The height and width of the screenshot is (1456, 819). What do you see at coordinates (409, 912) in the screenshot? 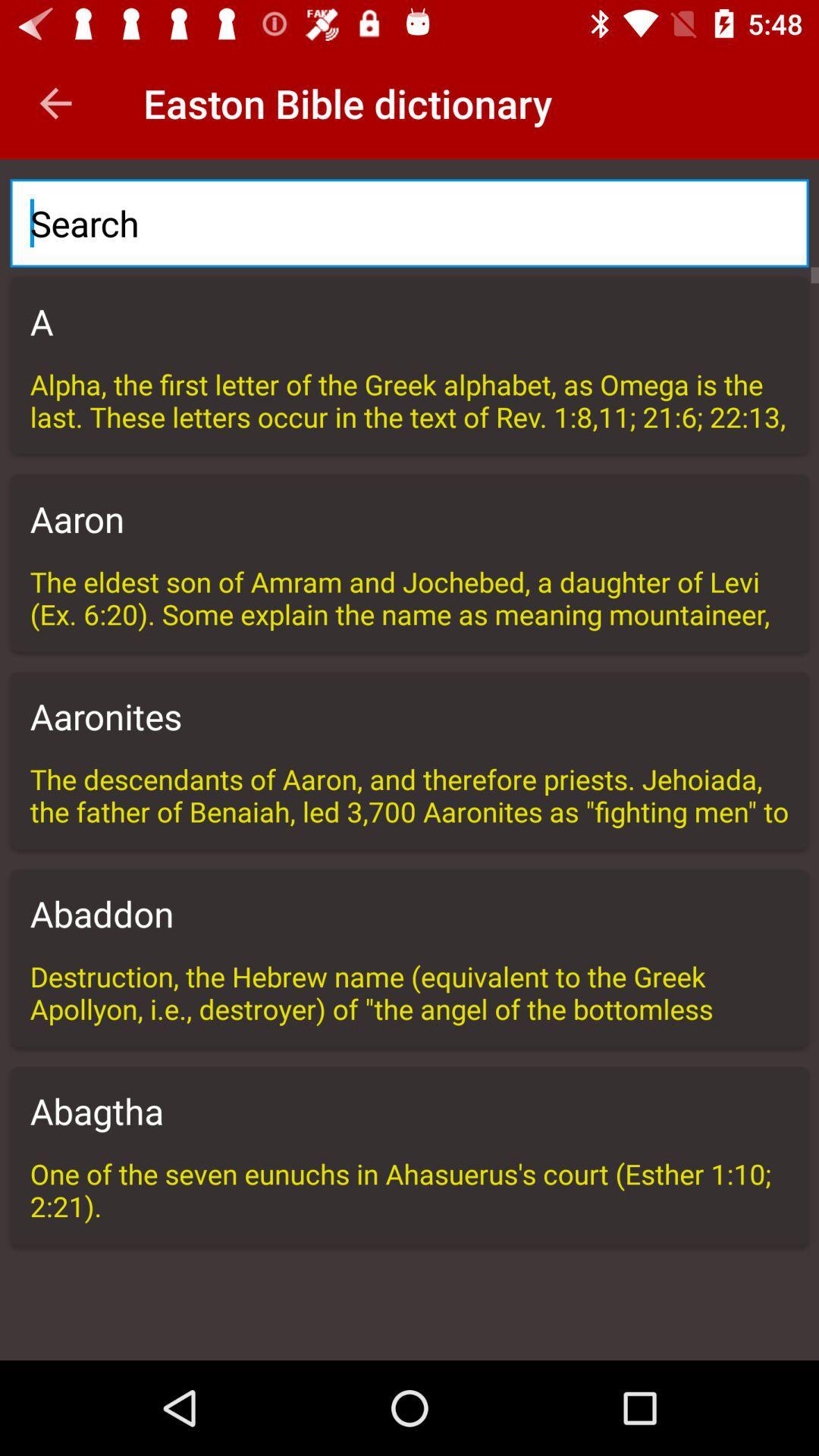
I see `abaddon item` at bounding box center [409, 912].